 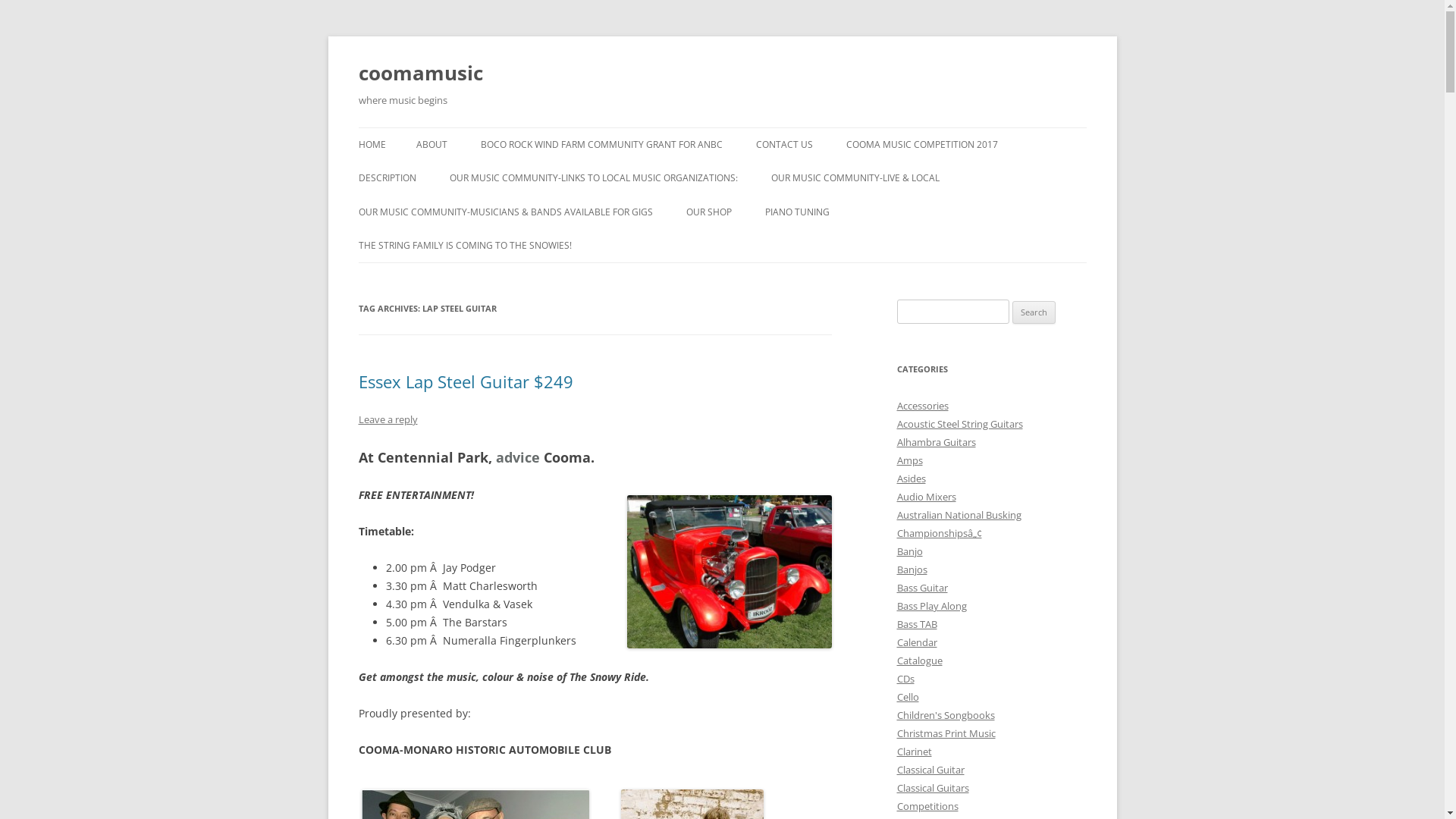 I want to click on 'DESCRIPTION', so click(x=386, y=177).